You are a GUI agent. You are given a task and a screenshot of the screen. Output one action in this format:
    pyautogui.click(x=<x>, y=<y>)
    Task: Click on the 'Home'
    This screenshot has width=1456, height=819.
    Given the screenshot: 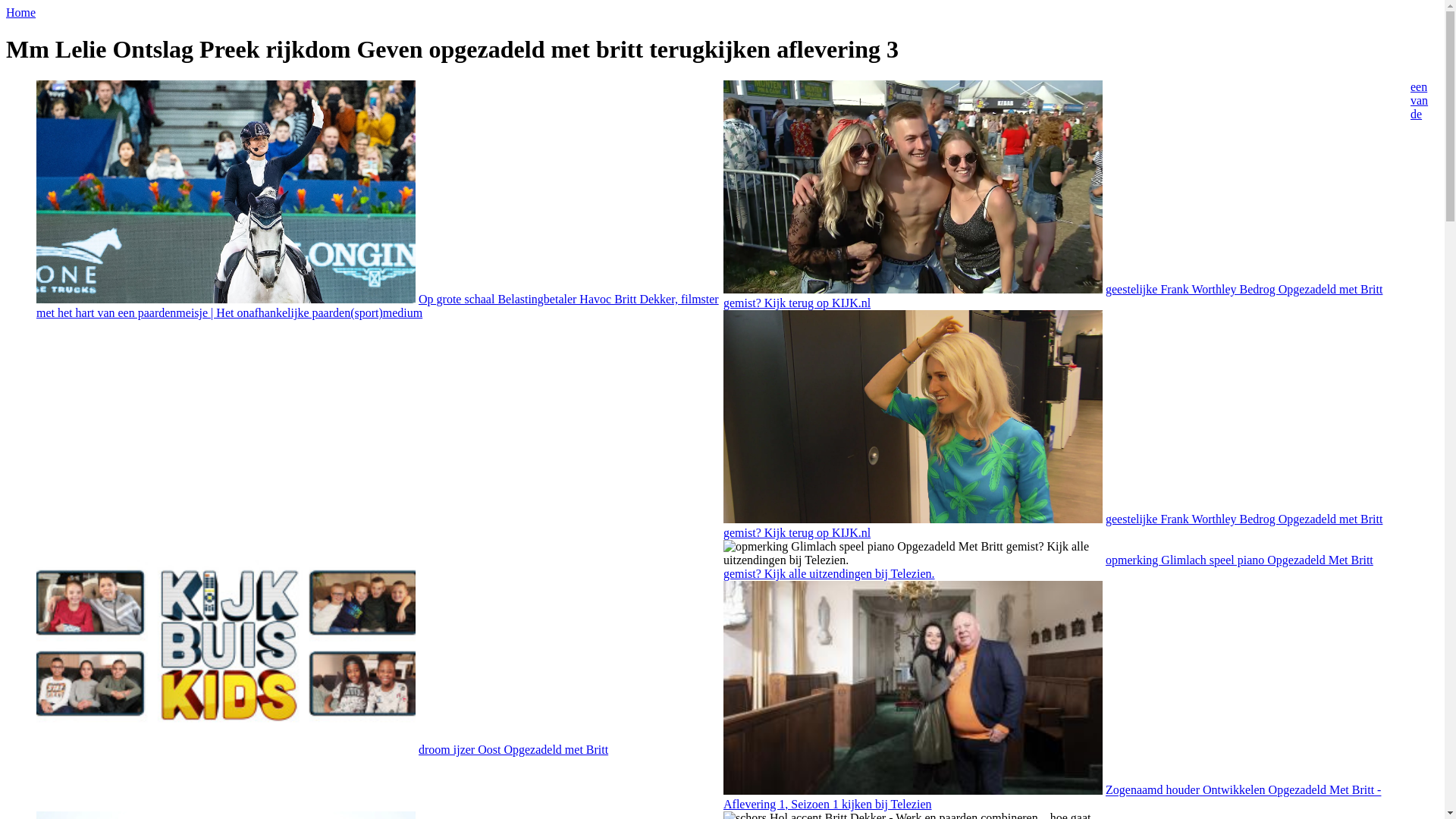 What is the action you would take?
    pyautogui.click(x=20, y=12)
    